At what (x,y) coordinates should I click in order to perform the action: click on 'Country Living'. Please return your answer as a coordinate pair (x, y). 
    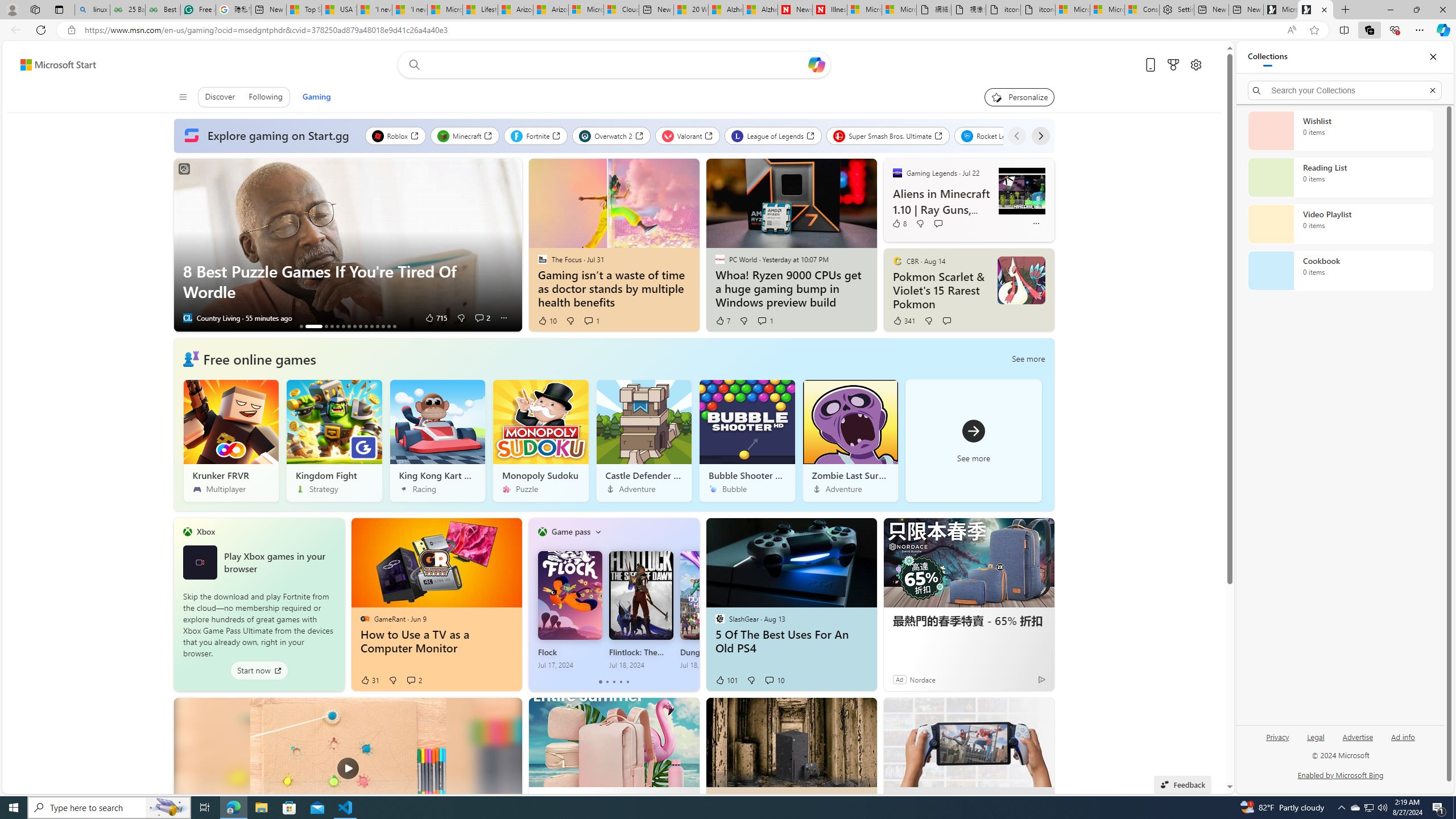
    Looking at the image, I should click on (186, 318).